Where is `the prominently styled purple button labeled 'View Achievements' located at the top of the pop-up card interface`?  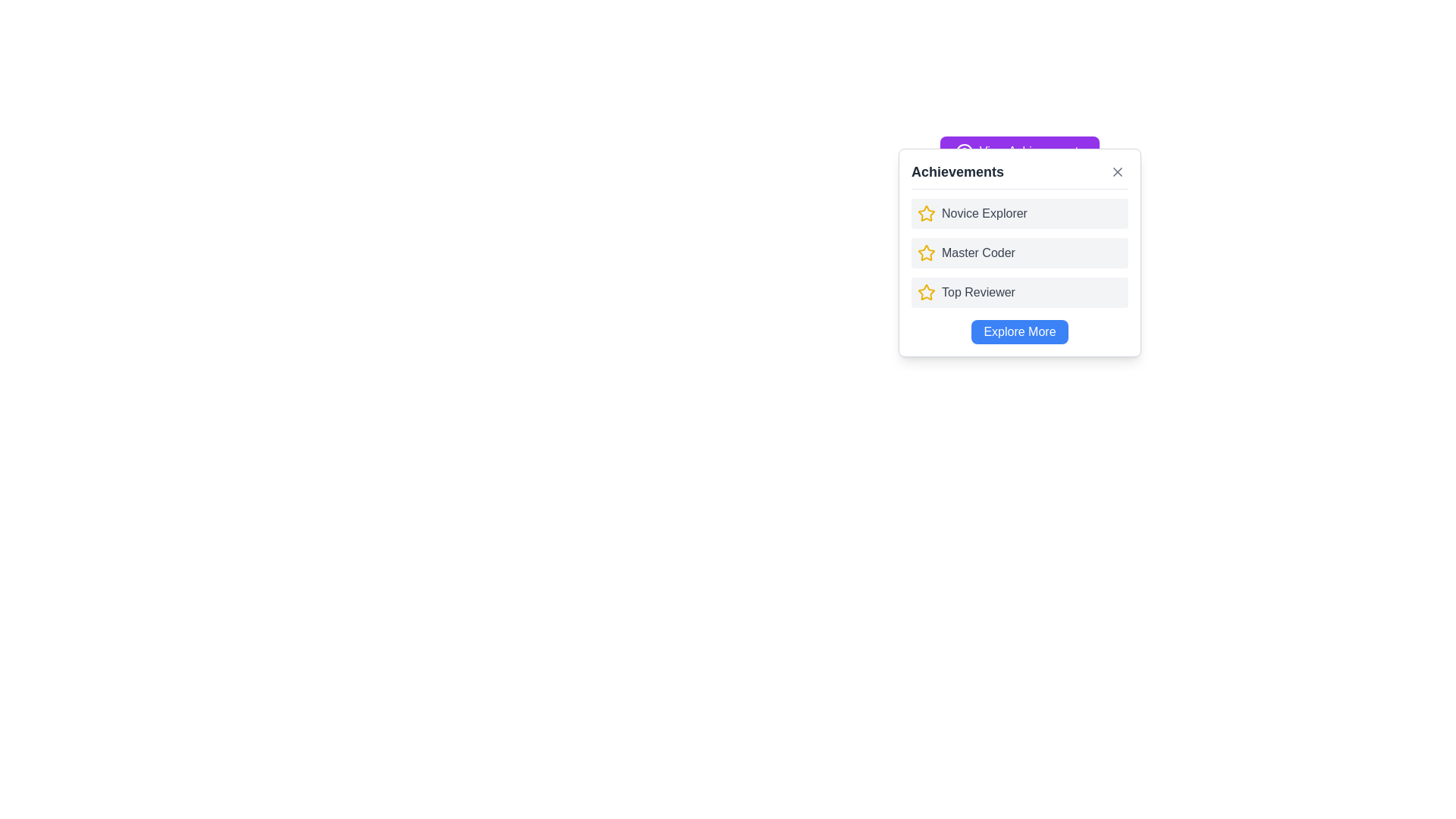
the prominently styled purple button labeled 'View Achievements' located at the top of the pop-up card interface is located at coordinates (1019, 152).